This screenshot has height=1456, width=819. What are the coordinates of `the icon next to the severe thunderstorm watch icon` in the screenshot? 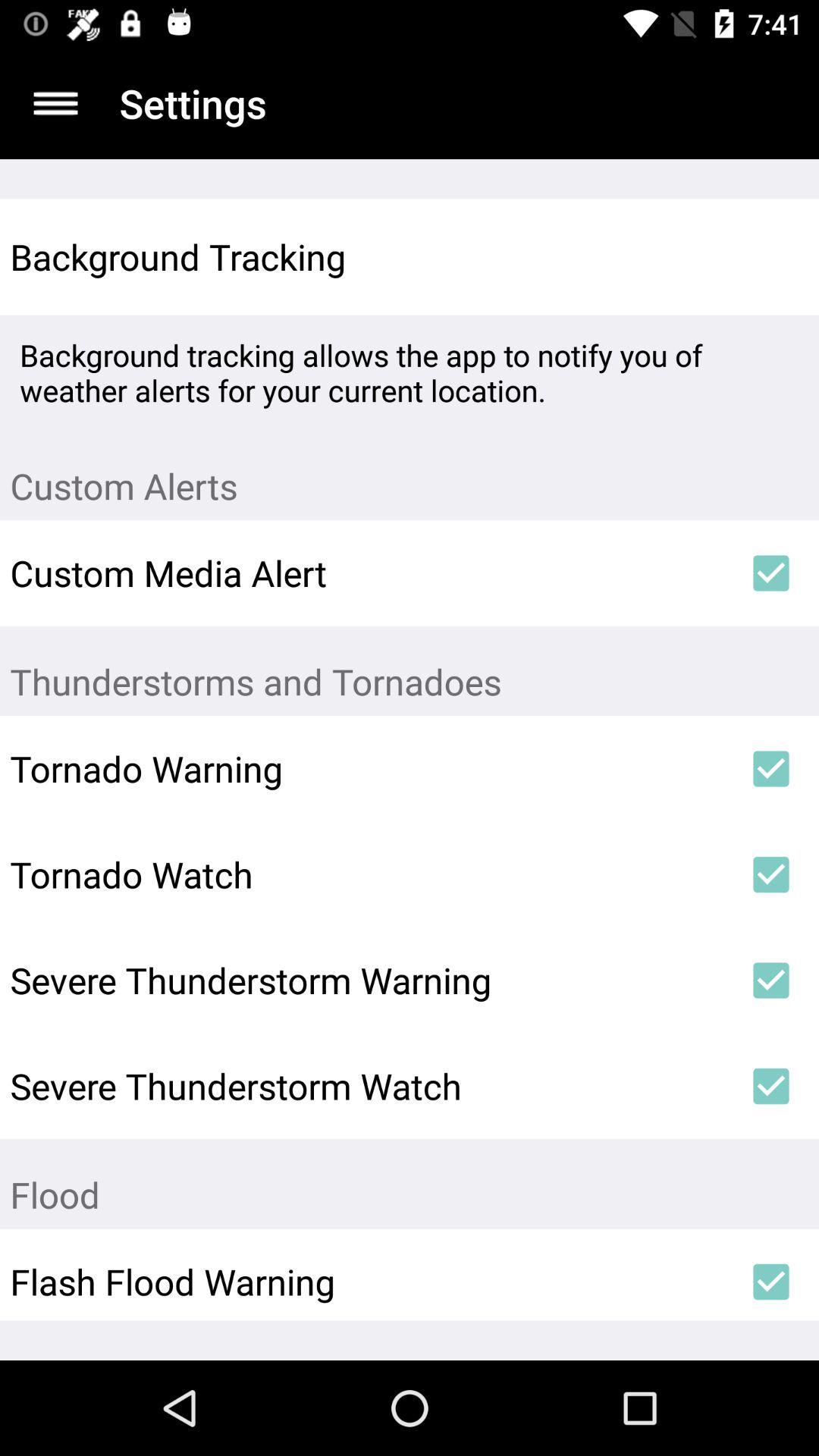 It's located at (771, 1085).